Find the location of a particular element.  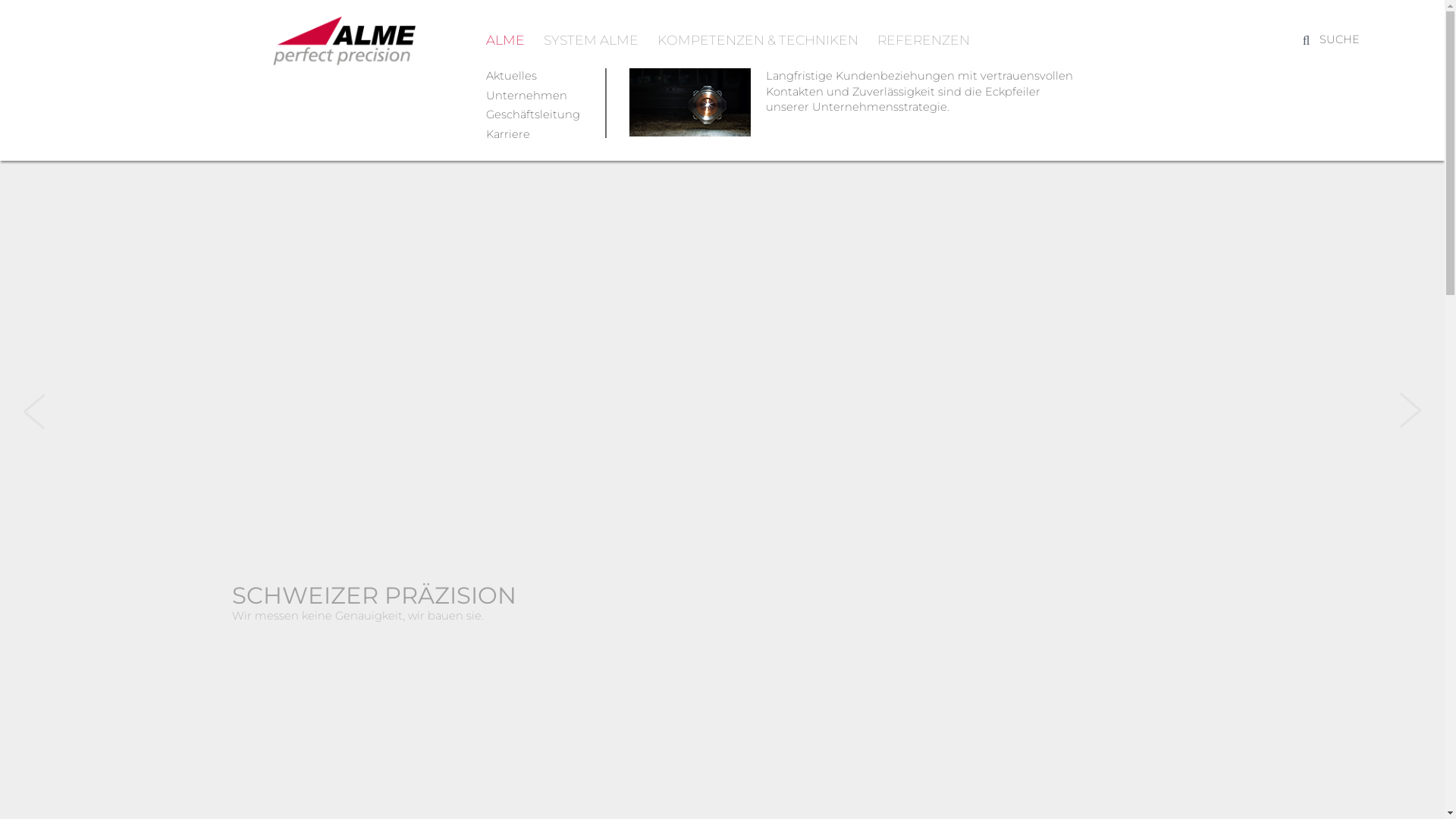

'Karriere' is located at coordinates (507, 133).